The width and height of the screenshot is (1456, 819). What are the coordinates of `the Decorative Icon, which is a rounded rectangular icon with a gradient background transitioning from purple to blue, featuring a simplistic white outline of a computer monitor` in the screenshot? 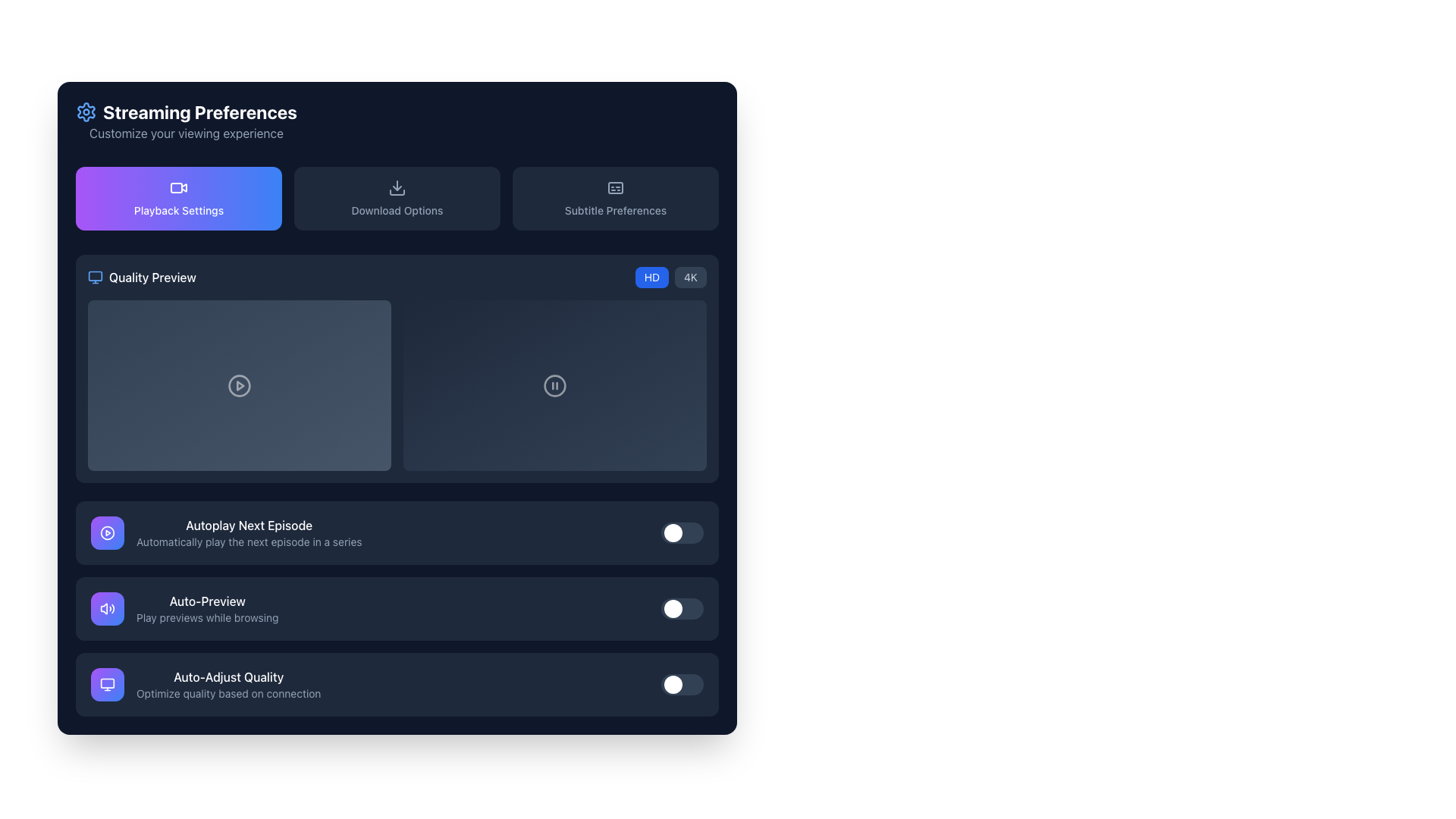 It's located at (107, 684).